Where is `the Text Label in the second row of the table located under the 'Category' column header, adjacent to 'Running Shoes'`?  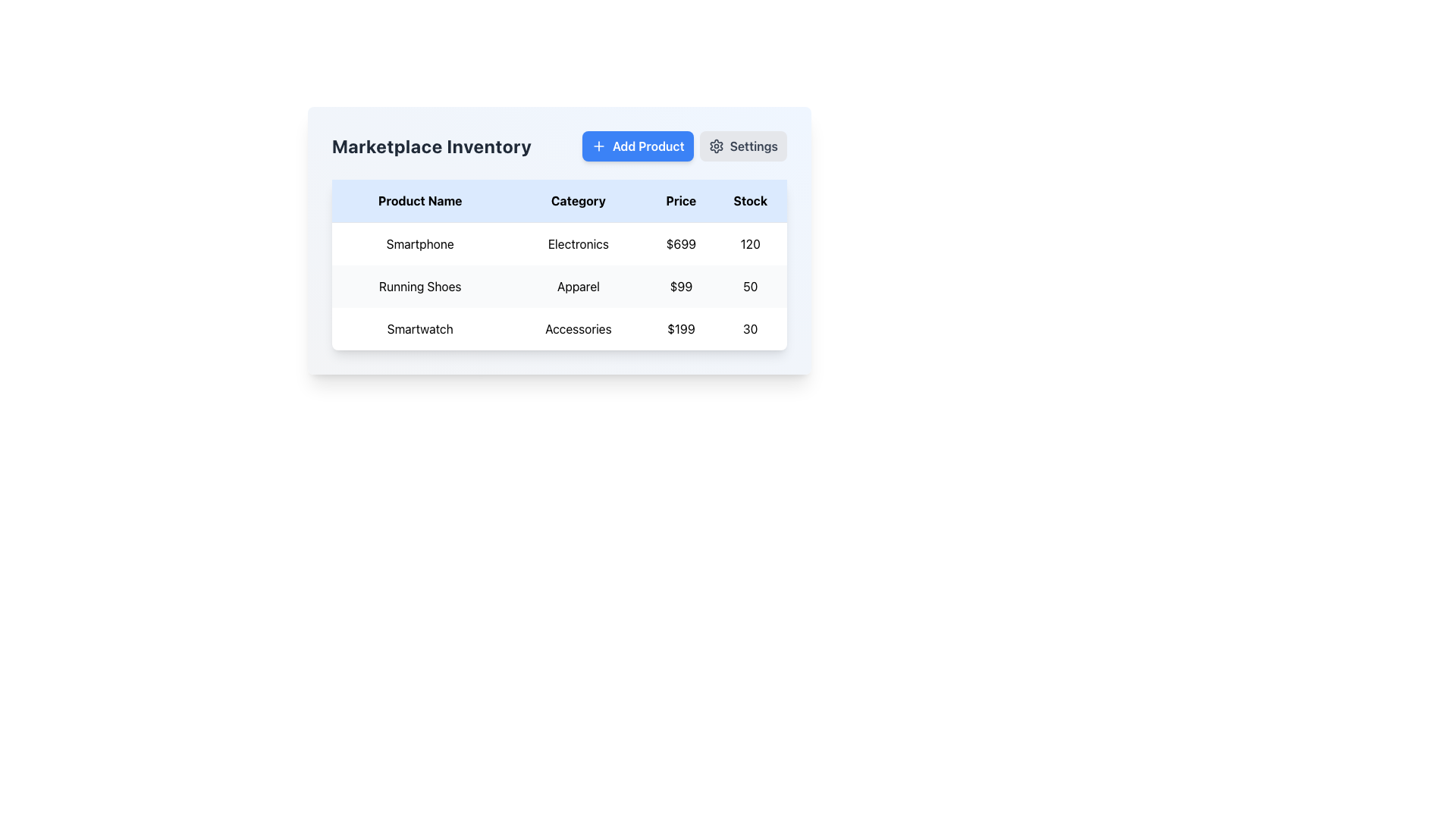
the Text Label in the second row of the table located under the 'Category' column header, adjacent to 'Running Shoes' is located at coordinates (577, 287).